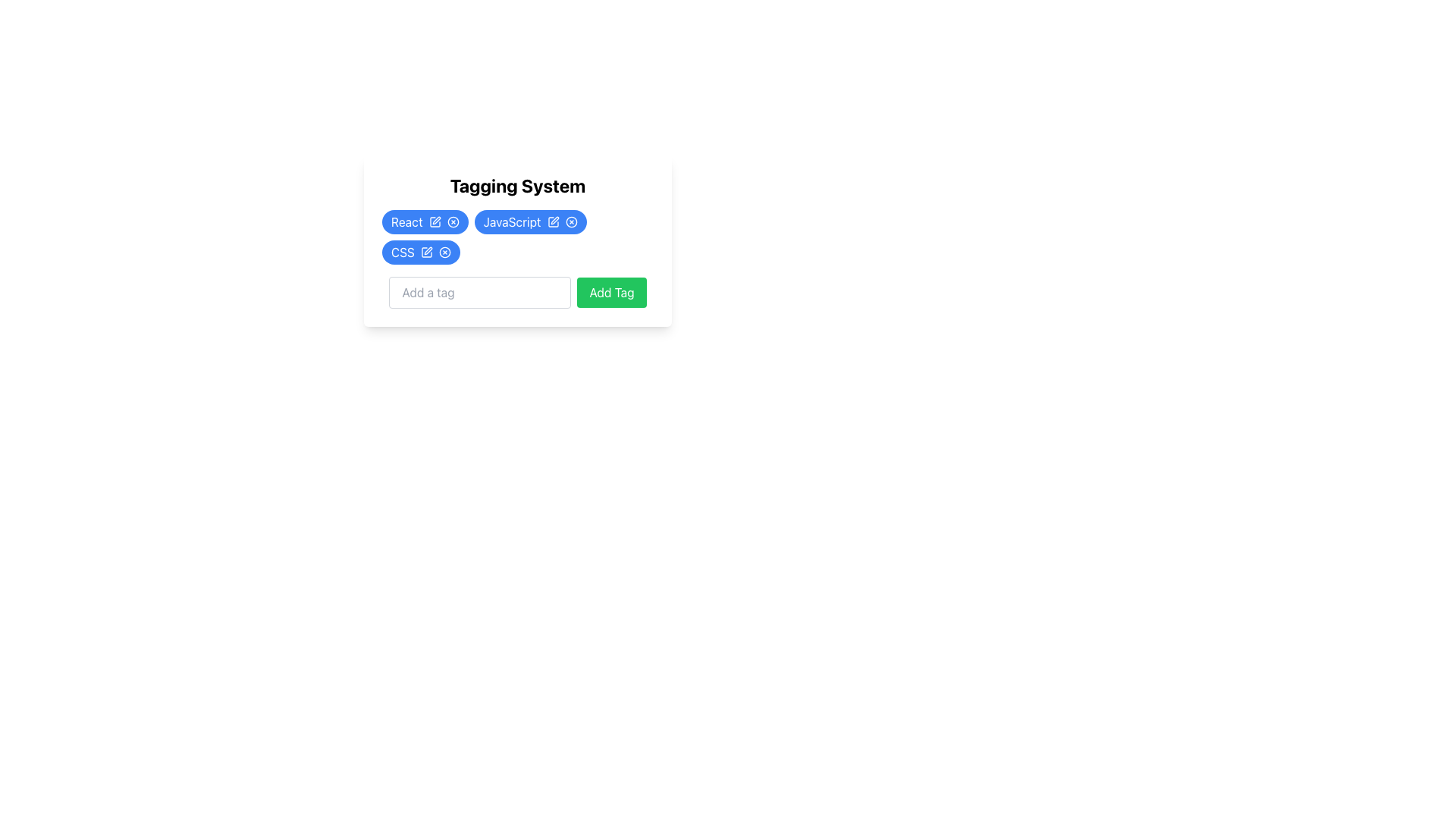 This screenshot has height=819, width=1456. I want to click on the edit icon next to the 'CSS' tag to initiate editing, so click(427, 250).